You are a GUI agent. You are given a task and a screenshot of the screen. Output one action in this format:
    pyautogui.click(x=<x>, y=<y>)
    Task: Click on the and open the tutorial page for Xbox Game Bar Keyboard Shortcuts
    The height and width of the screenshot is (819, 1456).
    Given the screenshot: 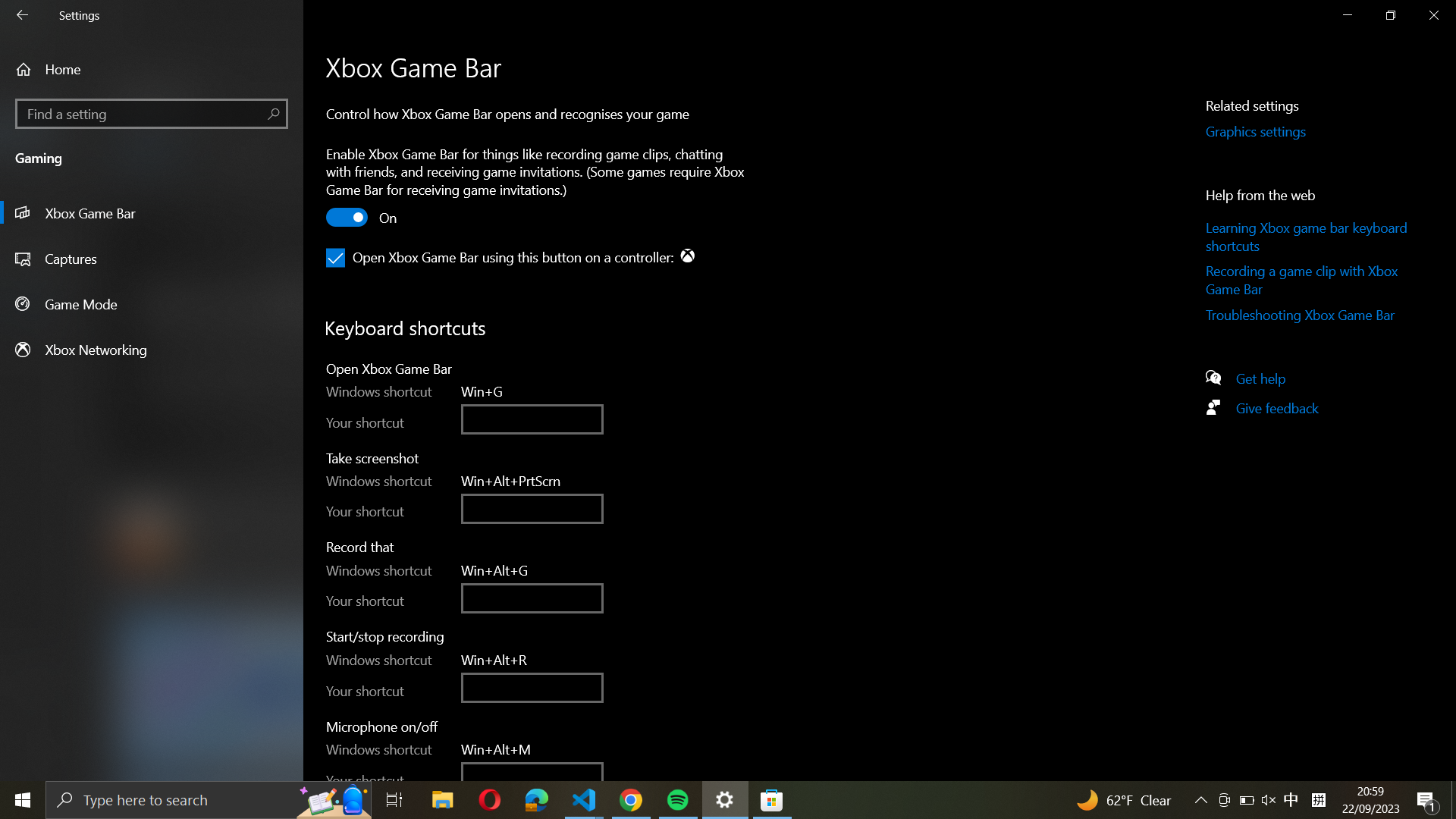 What is the action you would take?
    pyautogui.click(x=1308, y=237)
    